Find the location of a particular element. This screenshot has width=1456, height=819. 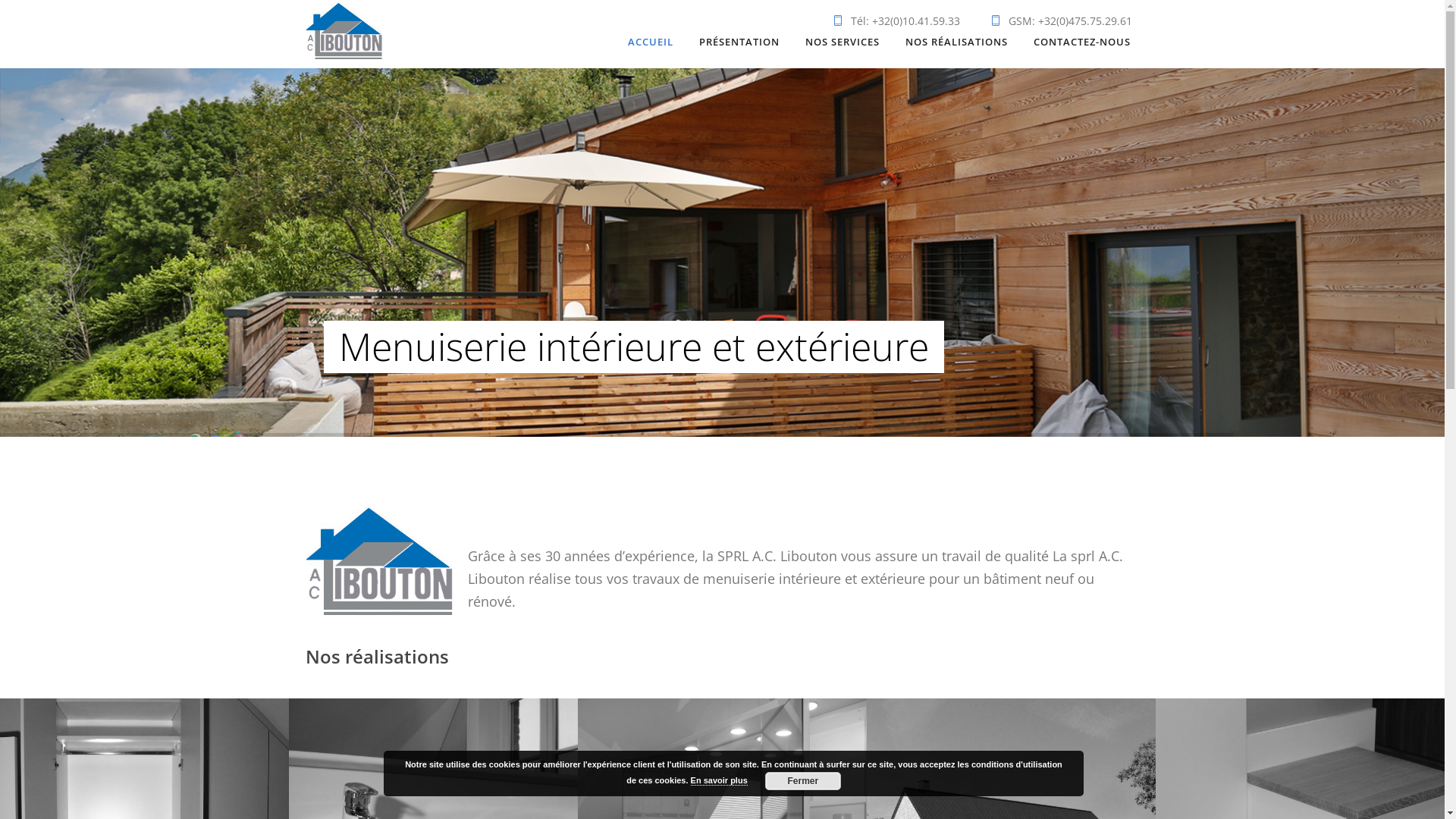

'Fermer' is located at coordinates (802, 780).